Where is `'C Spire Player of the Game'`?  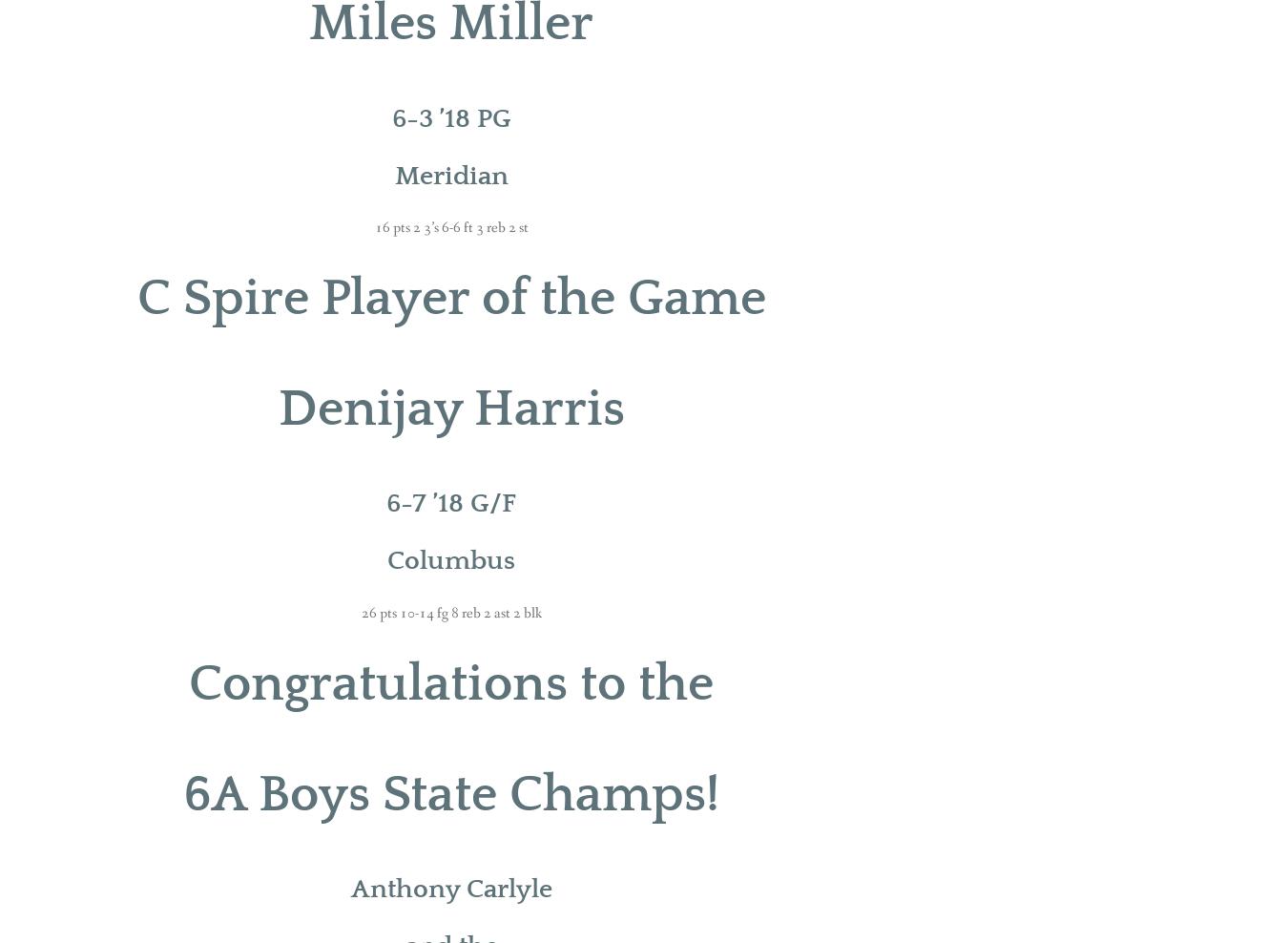 'C Spire Player of the Game' is located at coordinates (449, 298).